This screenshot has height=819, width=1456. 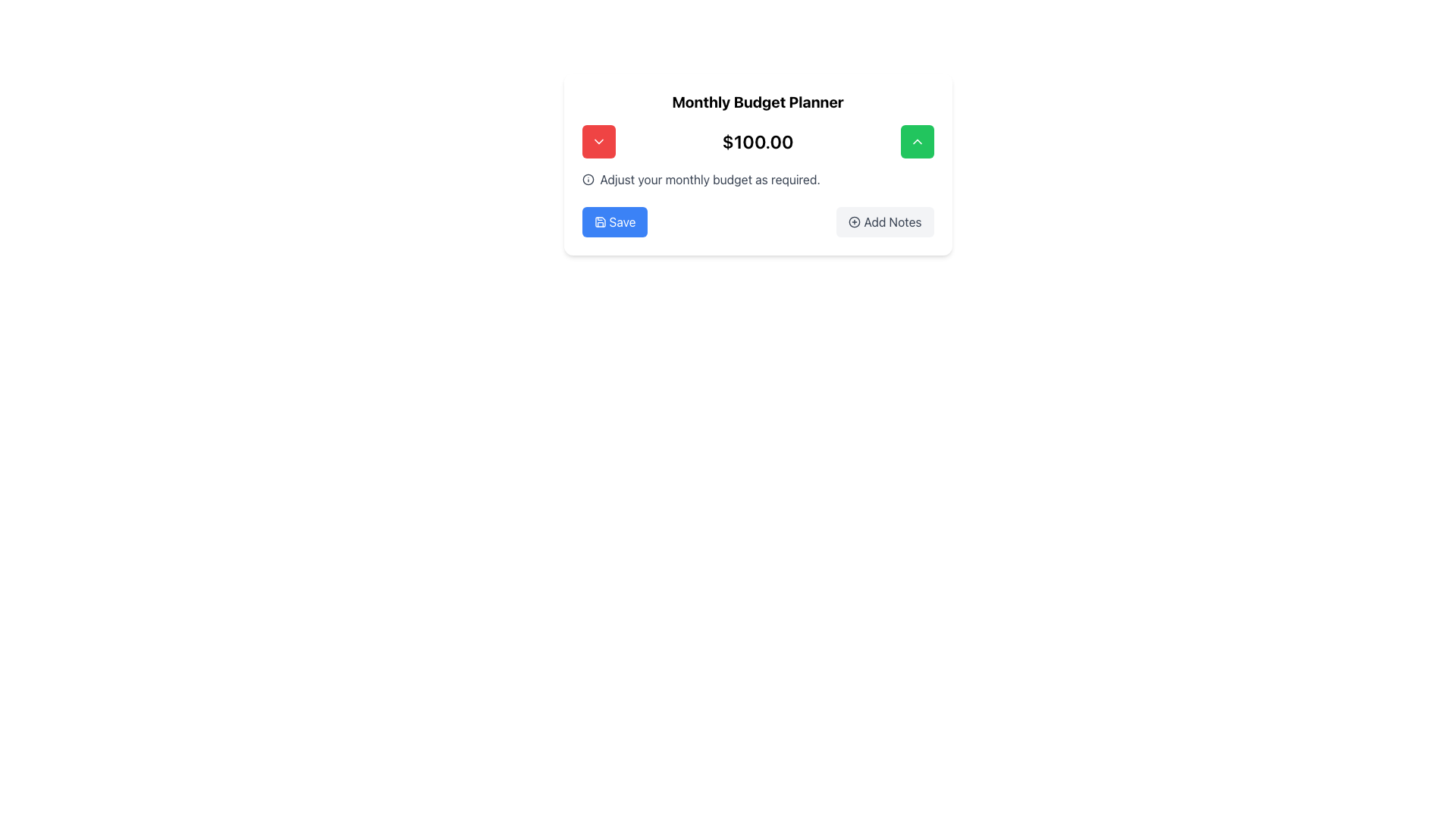 I want to click on the chevron SVG icon within the left red button in the Monthly Budget Planner interface, so click(x=598, y=141).